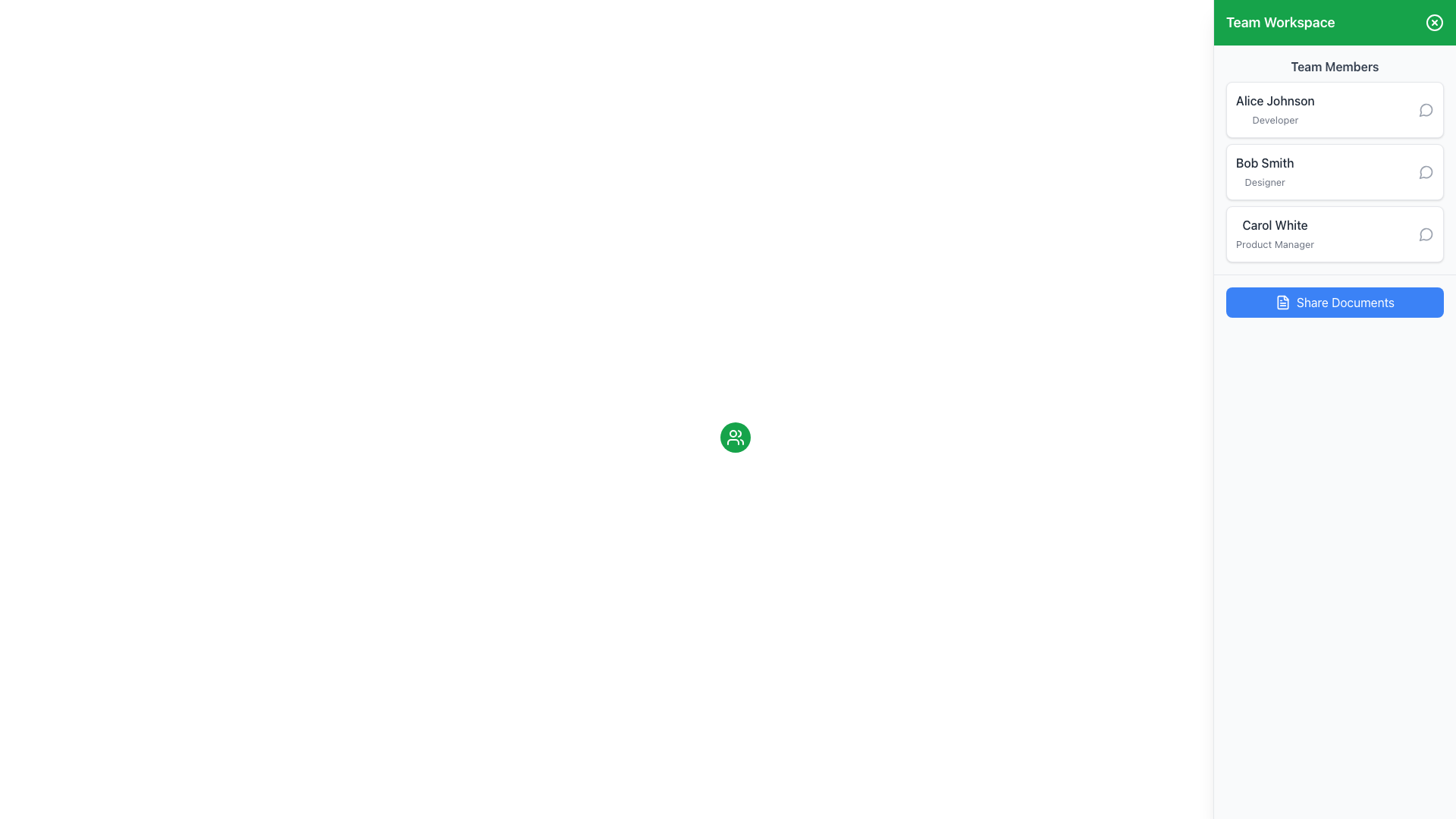  Describe the element at coordinates (1335, 171) in the screenshot. I see `the Profile card representing 'Bob Smith' in the 'Team Members' section of the 'Team Workspace' panel` at that location.